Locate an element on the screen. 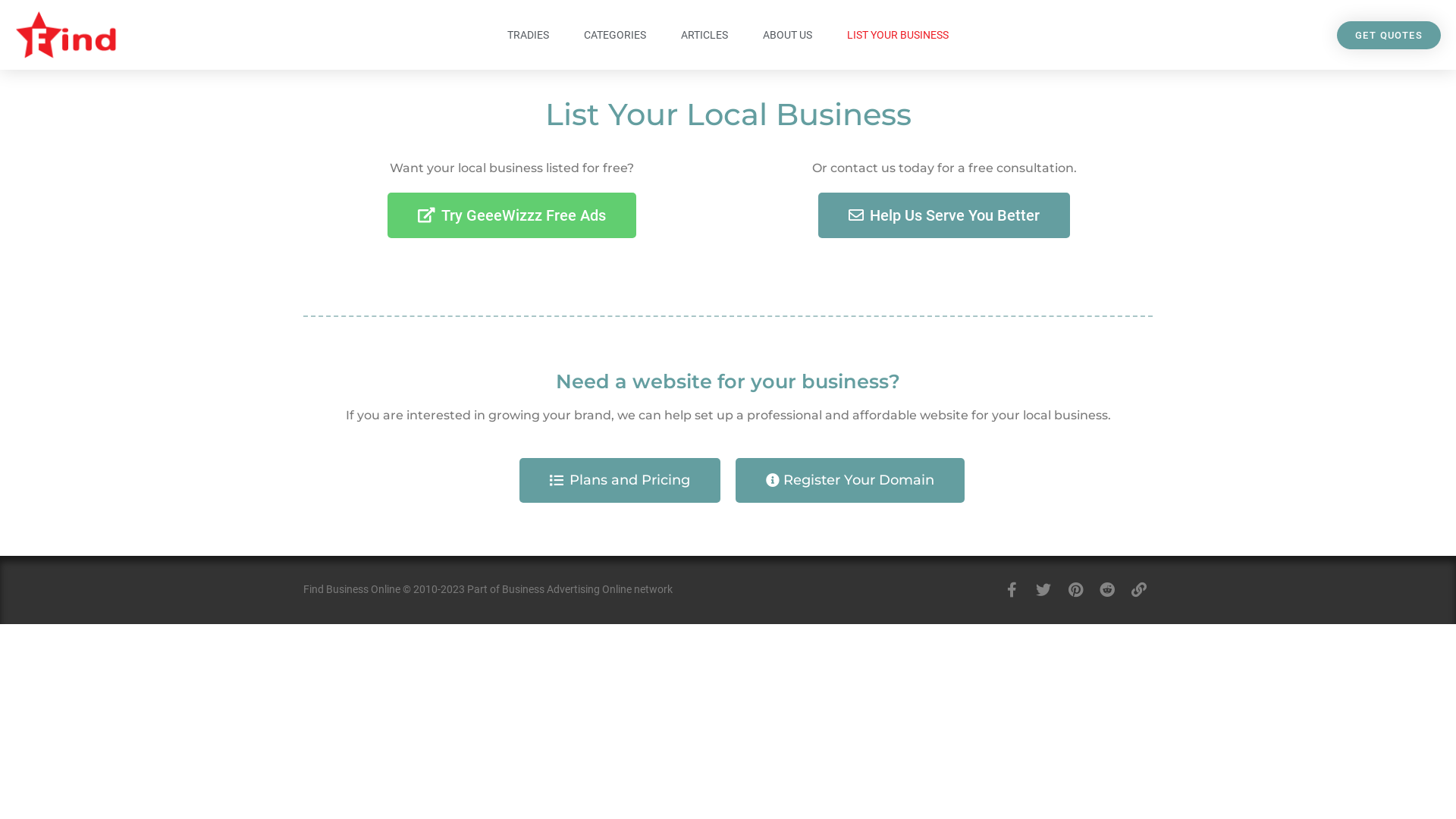 This screenshot has width=1456, height=819. 'Plans and Pricing' is located at coordinates (620, 480).